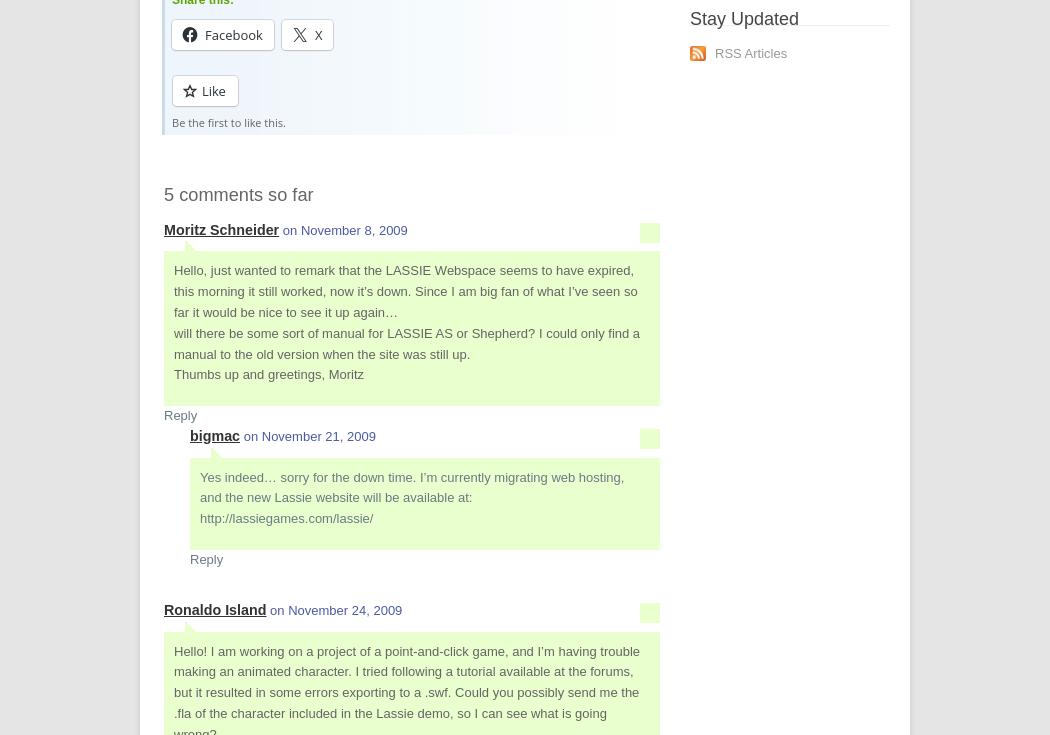 The height and width of the screenshot is (735, 1050). I want to click on 'http://lassiegames.com/lassie/', so click(285, 518).